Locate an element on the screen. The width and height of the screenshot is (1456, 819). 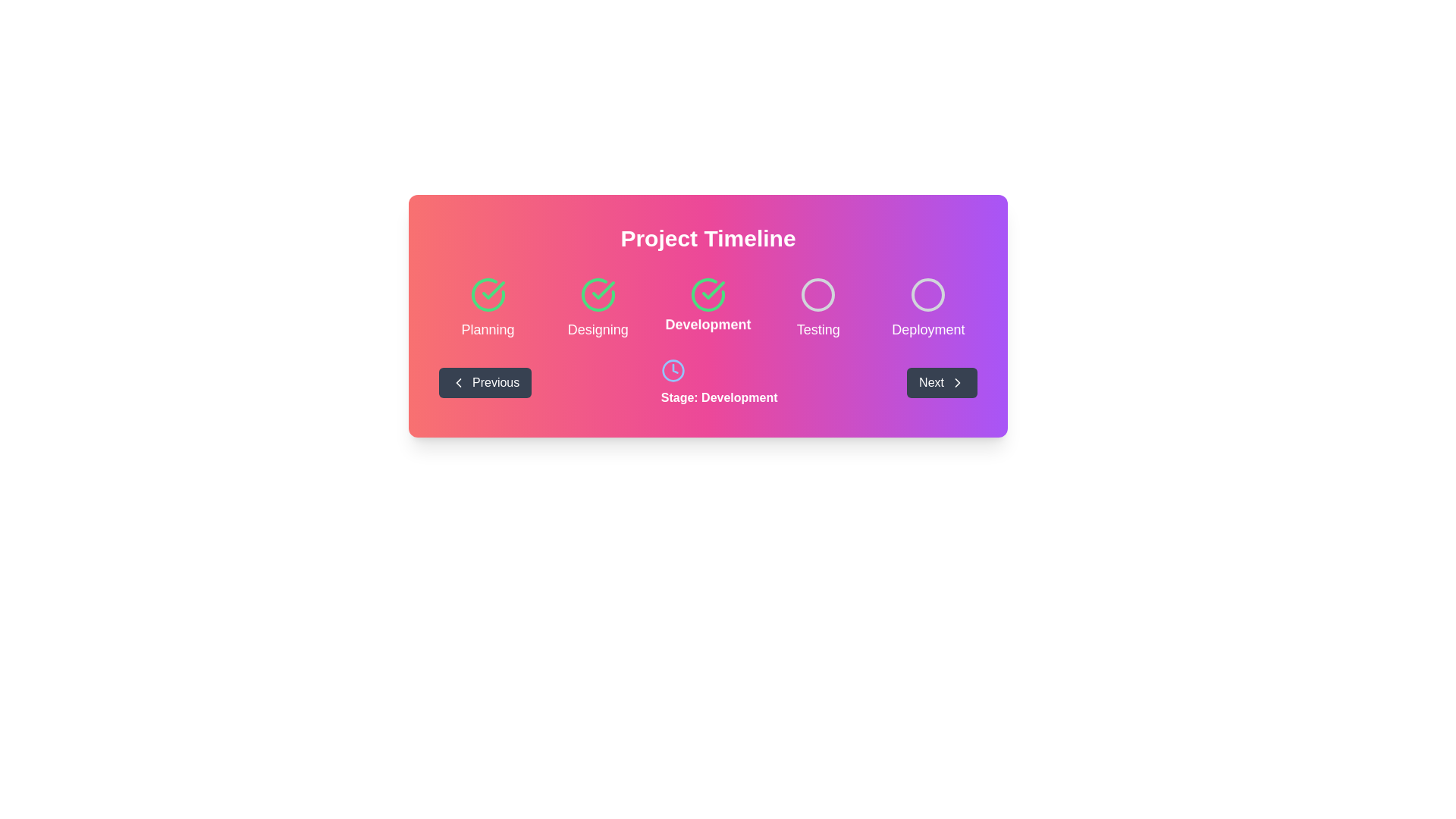
the circular checkmark icon, which is the third item in a horizontal arrangement above the 'Development' label is located at coordinates (707, 295).